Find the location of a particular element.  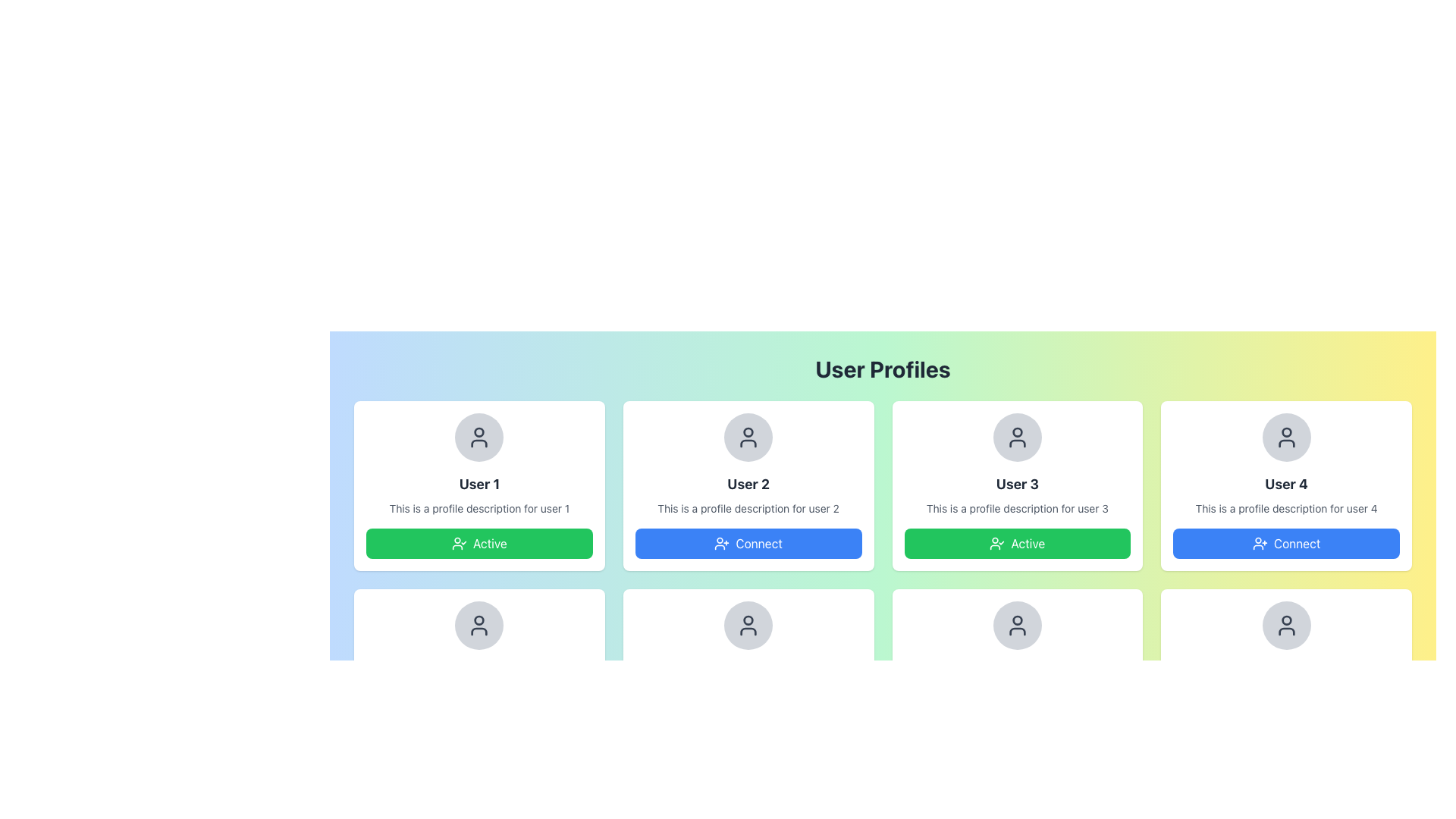

the user avatar icon located beneath the 'User 2' text in the second user card from the left is located at coordinates (748, 438).